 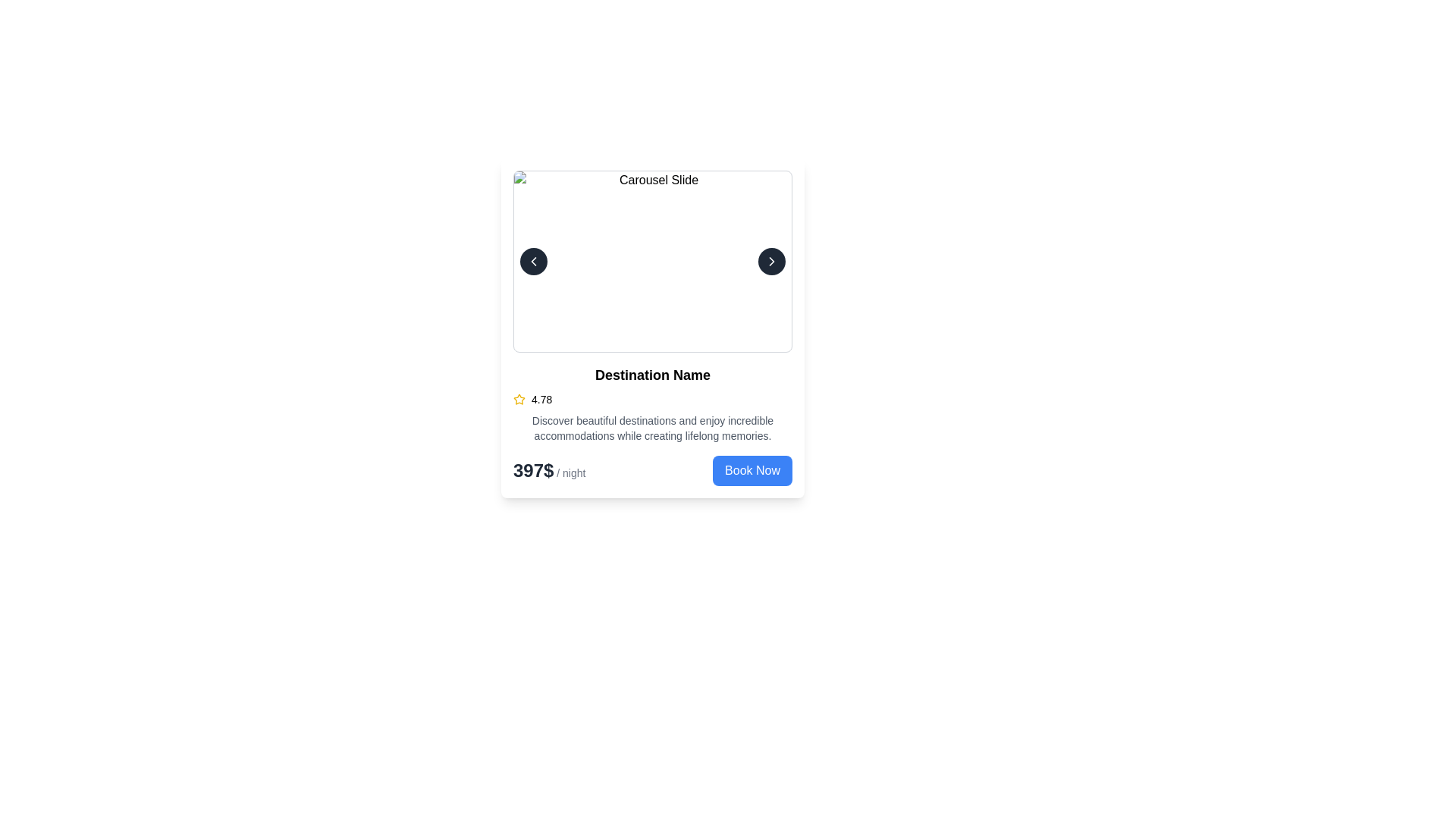 I want to click on the left navigation icon in the carousel, so click(x=534, y=260).